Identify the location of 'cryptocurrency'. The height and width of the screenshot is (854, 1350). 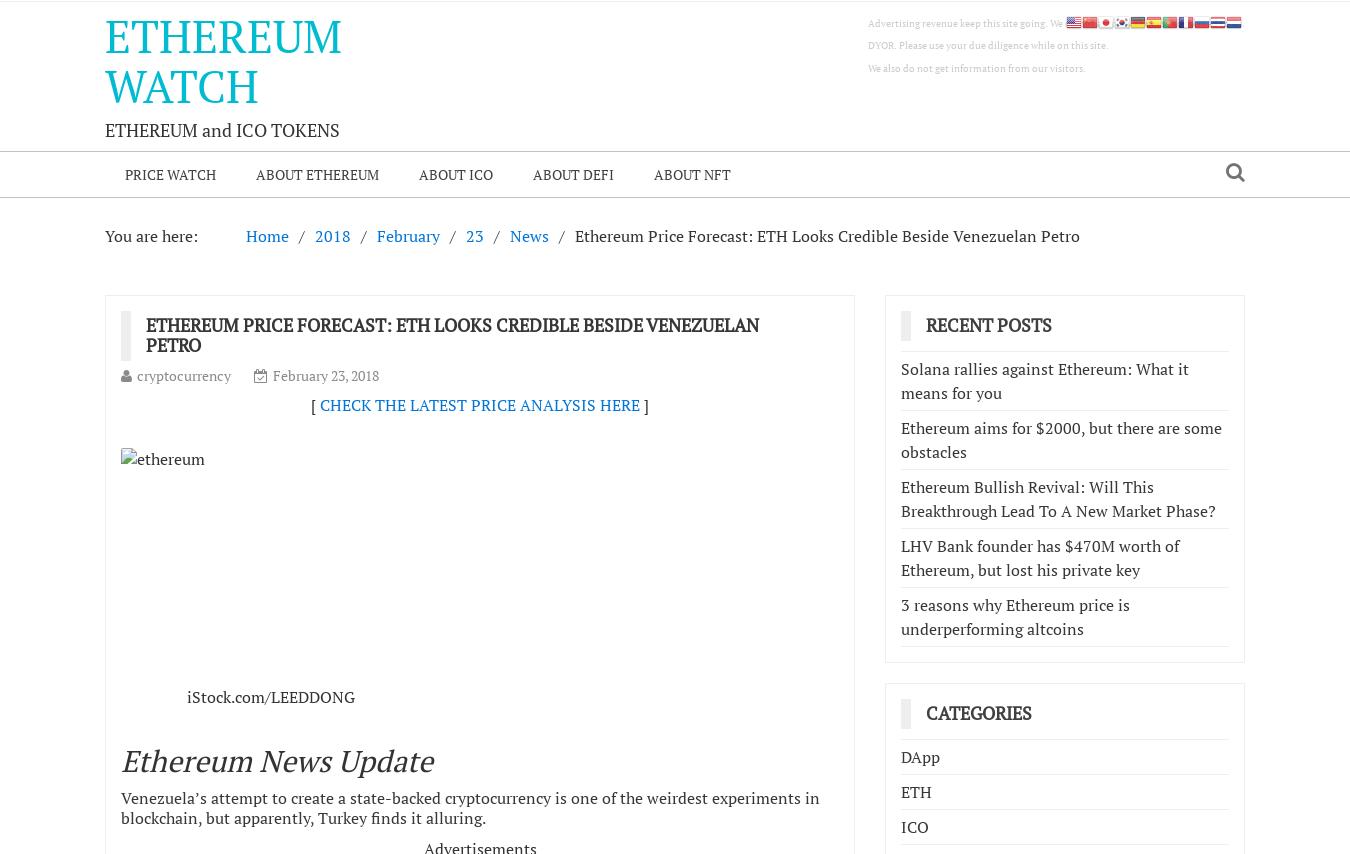
(184, 373).